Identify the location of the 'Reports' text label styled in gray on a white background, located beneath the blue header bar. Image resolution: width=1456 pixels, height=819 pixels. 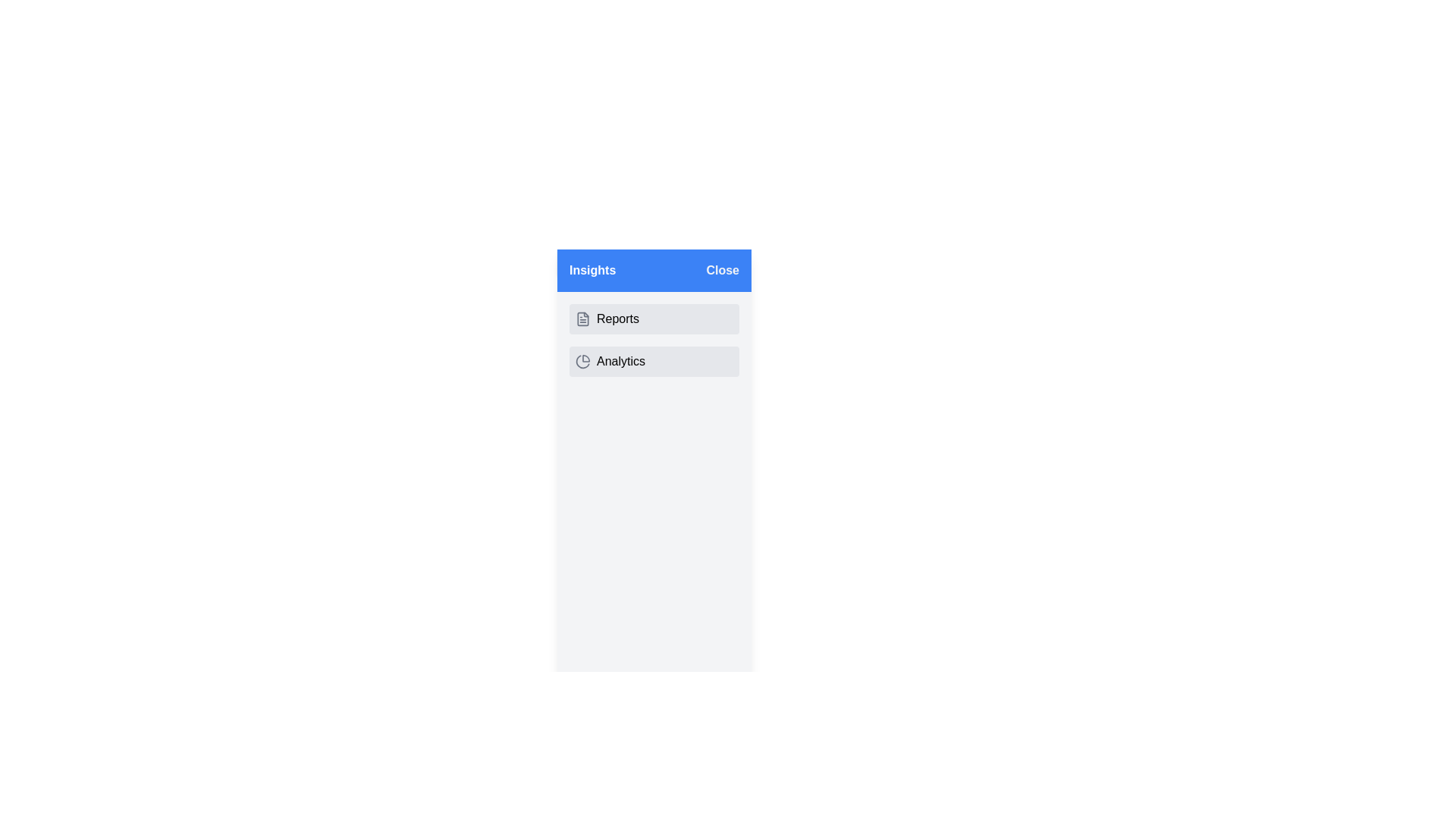
(618, 318).